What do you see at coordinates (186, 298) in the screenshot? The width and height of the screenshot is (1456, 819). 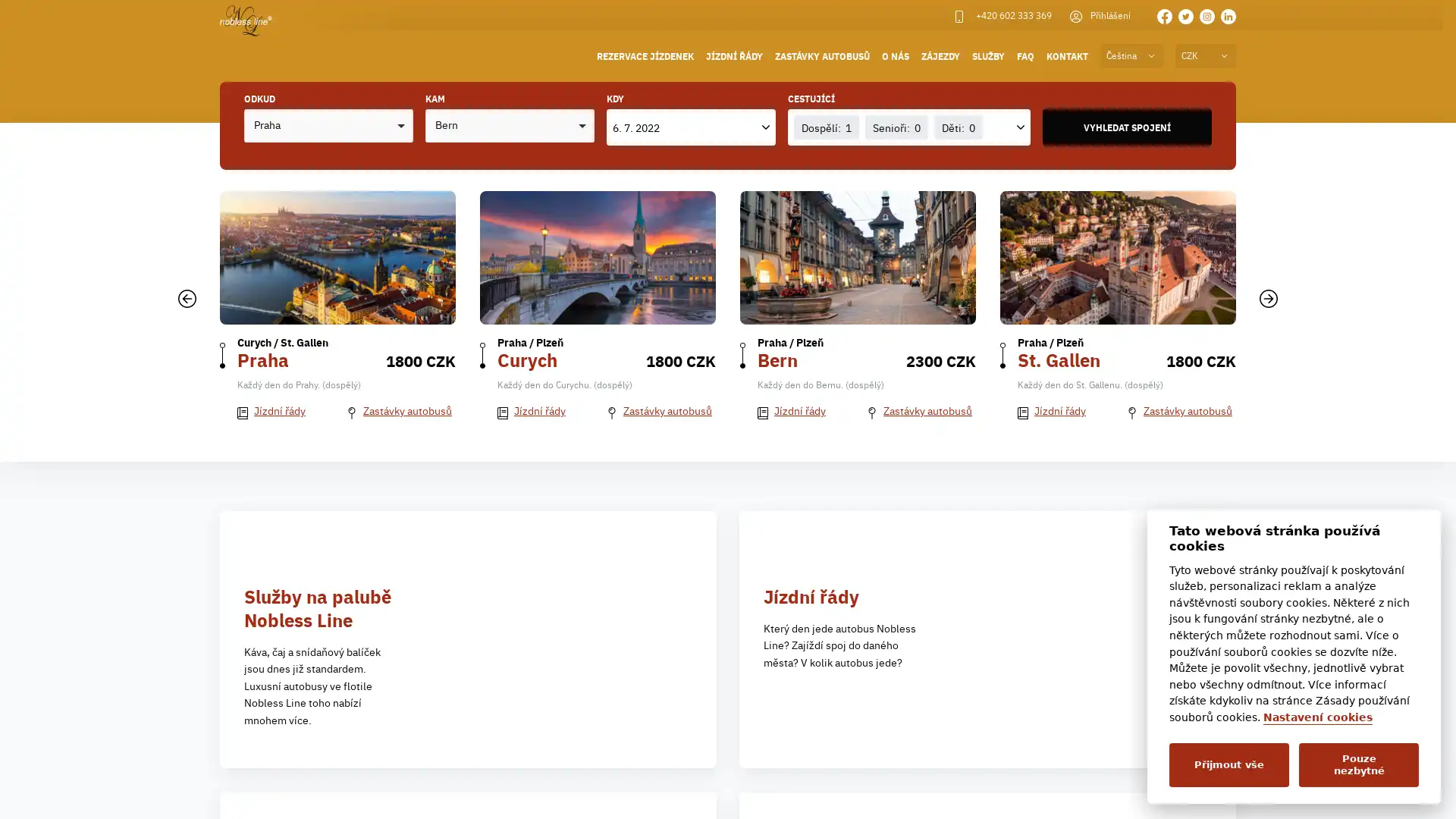 I see `Predchozi` at bounding box center [186, 298].